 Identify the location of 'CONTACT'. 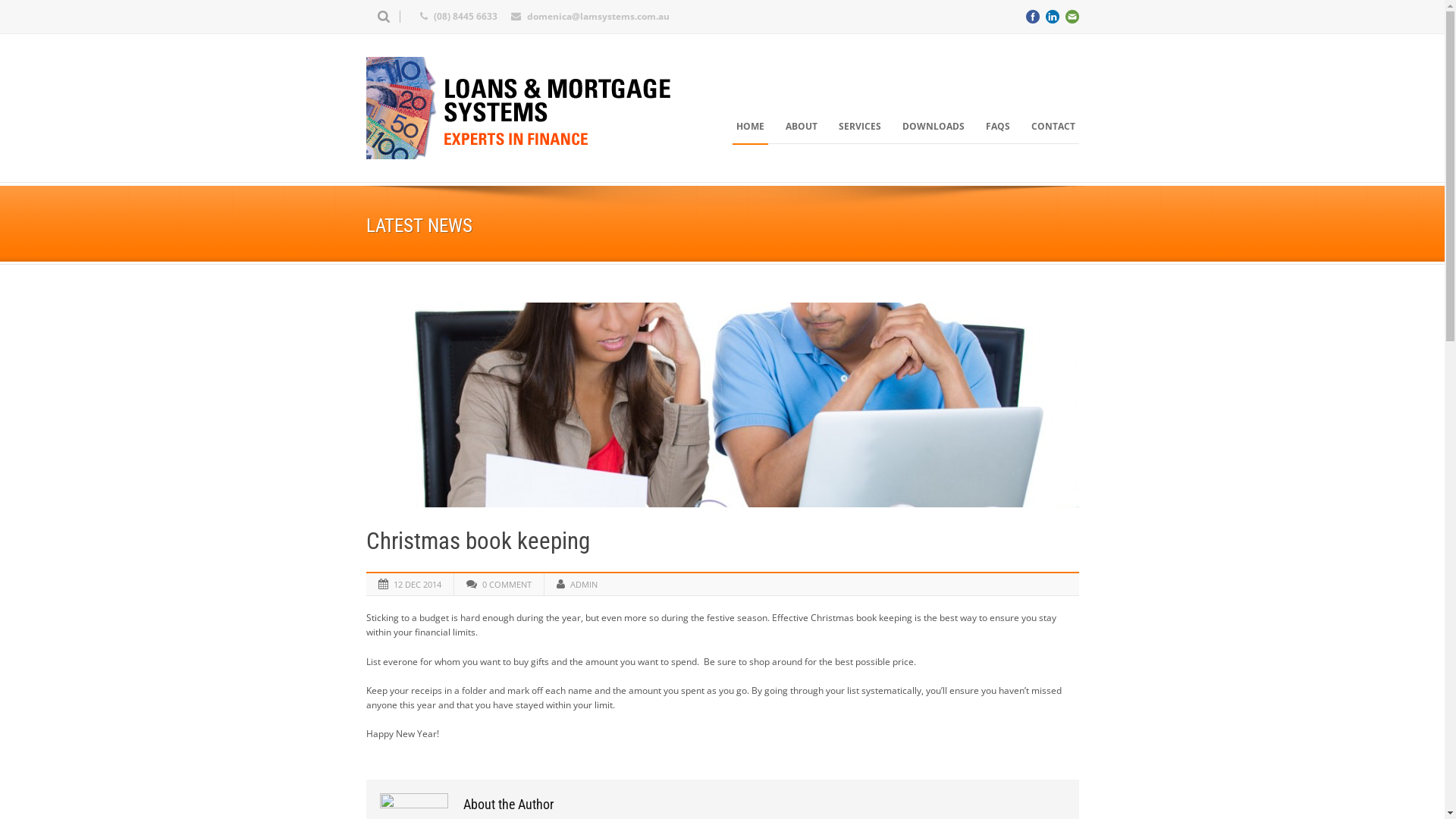
(1051, 125).